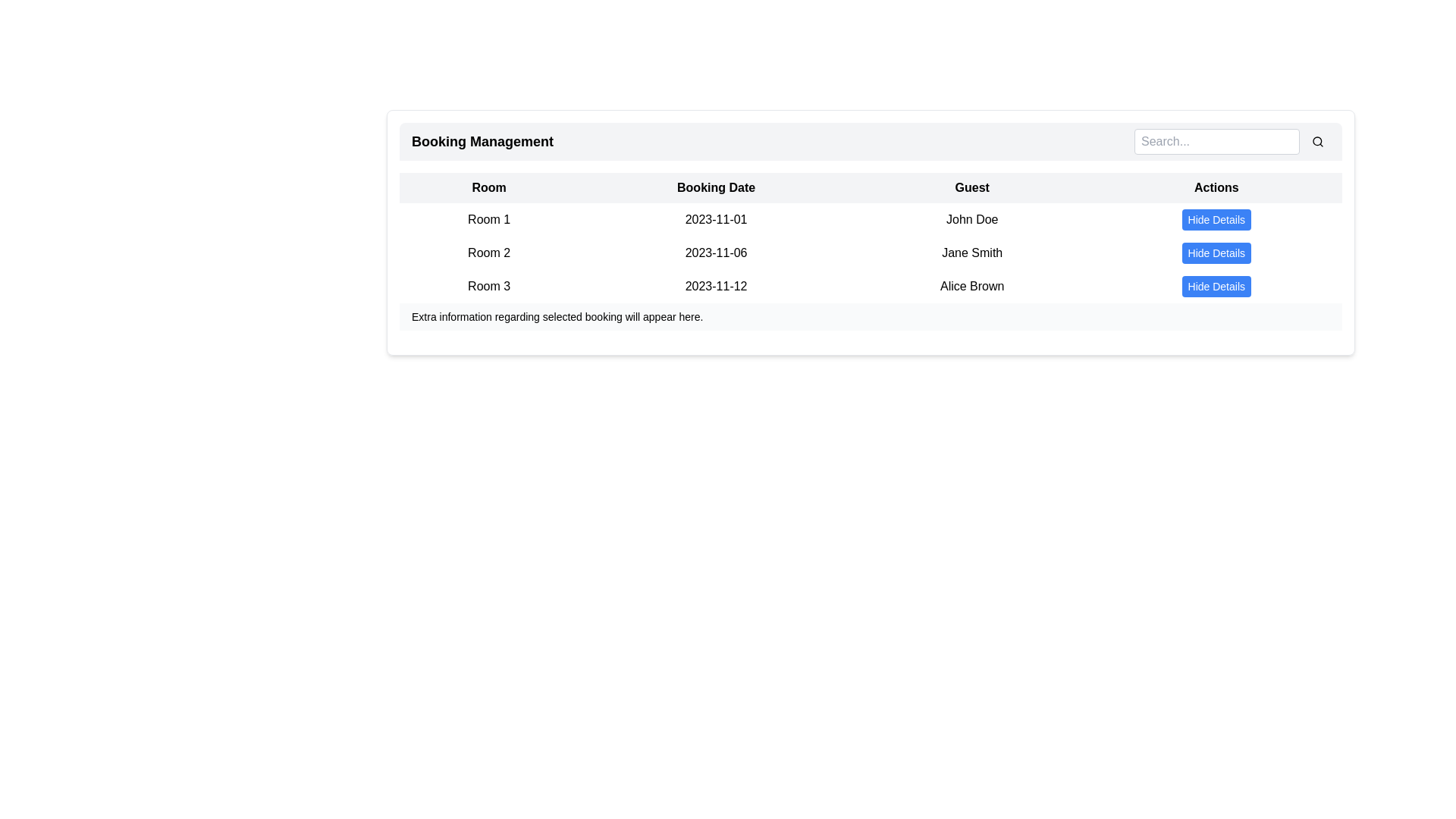 Image resolution: width=1456 pixels, height=819 pixels. What do you see at coordinates (1216, 253) in the screenshot?
I see `the rectangular blue button labeled 'Hide Details' in the Actions column, second row associated with Jane Smith` at bounding box center [1216, 253].